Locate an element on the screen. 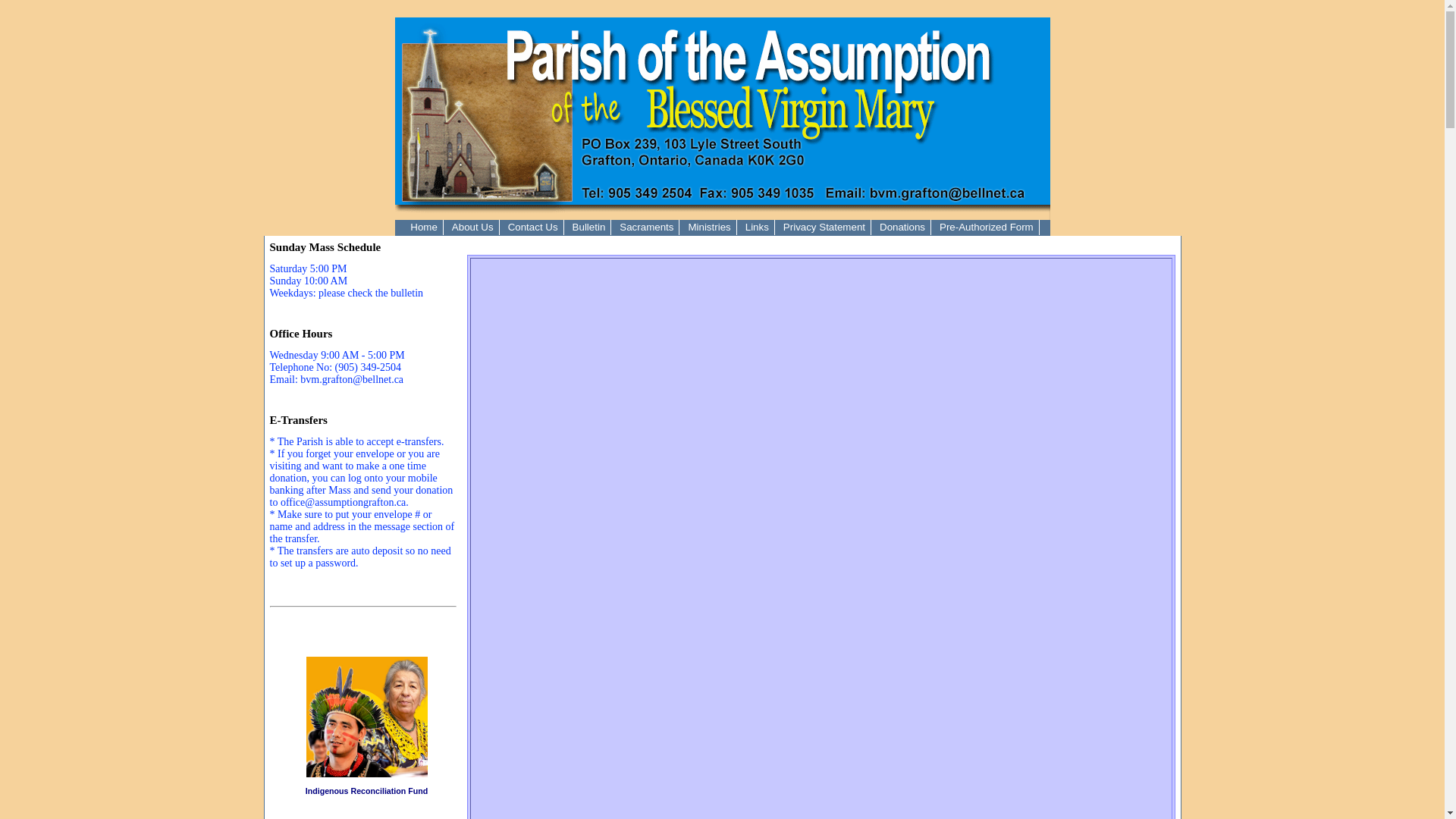 The width and height of the screenshot is (1456, 819). 'Links' is located at coordinates (739, 227).